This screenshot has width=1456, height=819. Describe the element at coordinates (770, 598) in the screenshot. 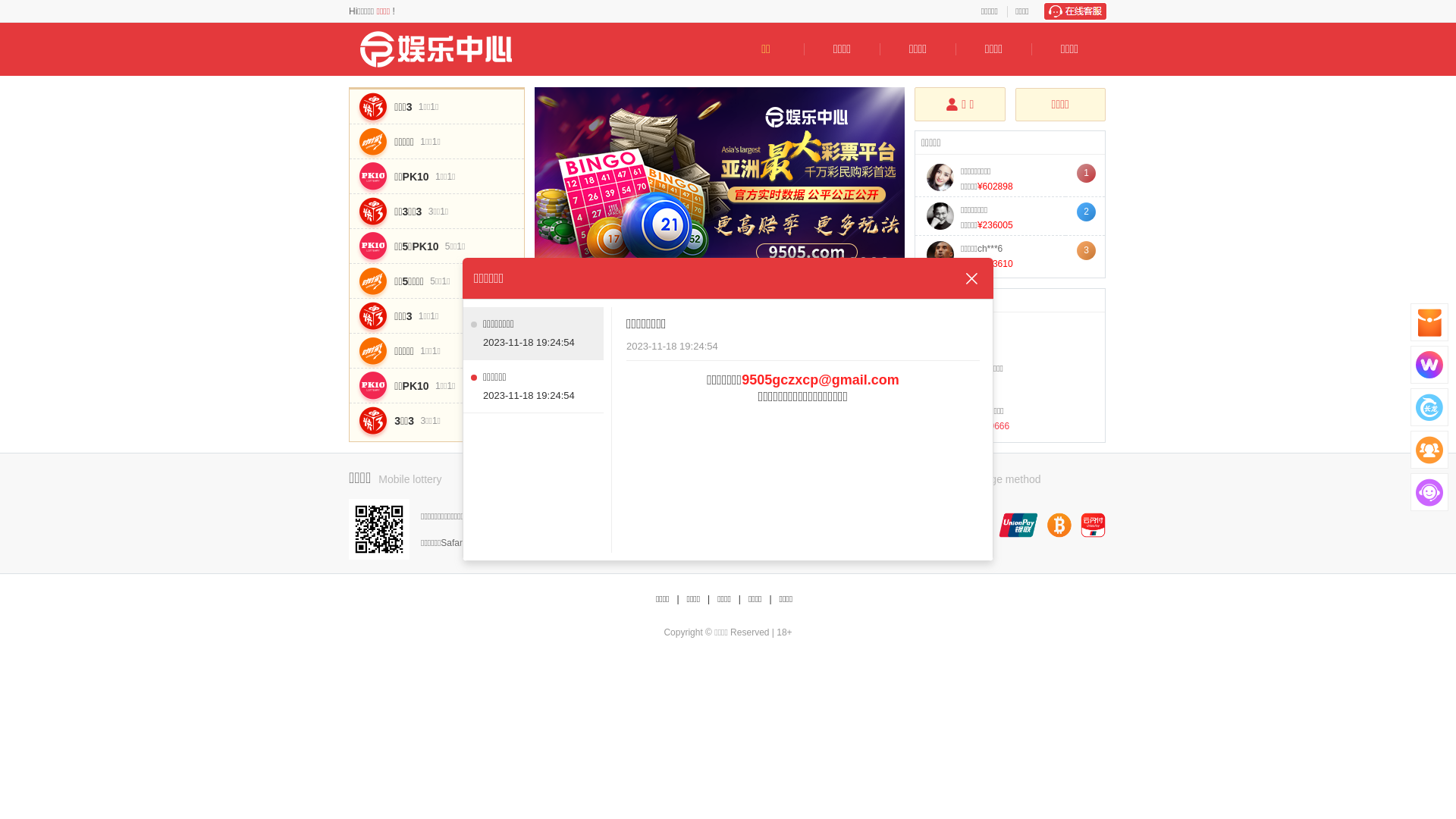

I see `'|'` at that location.